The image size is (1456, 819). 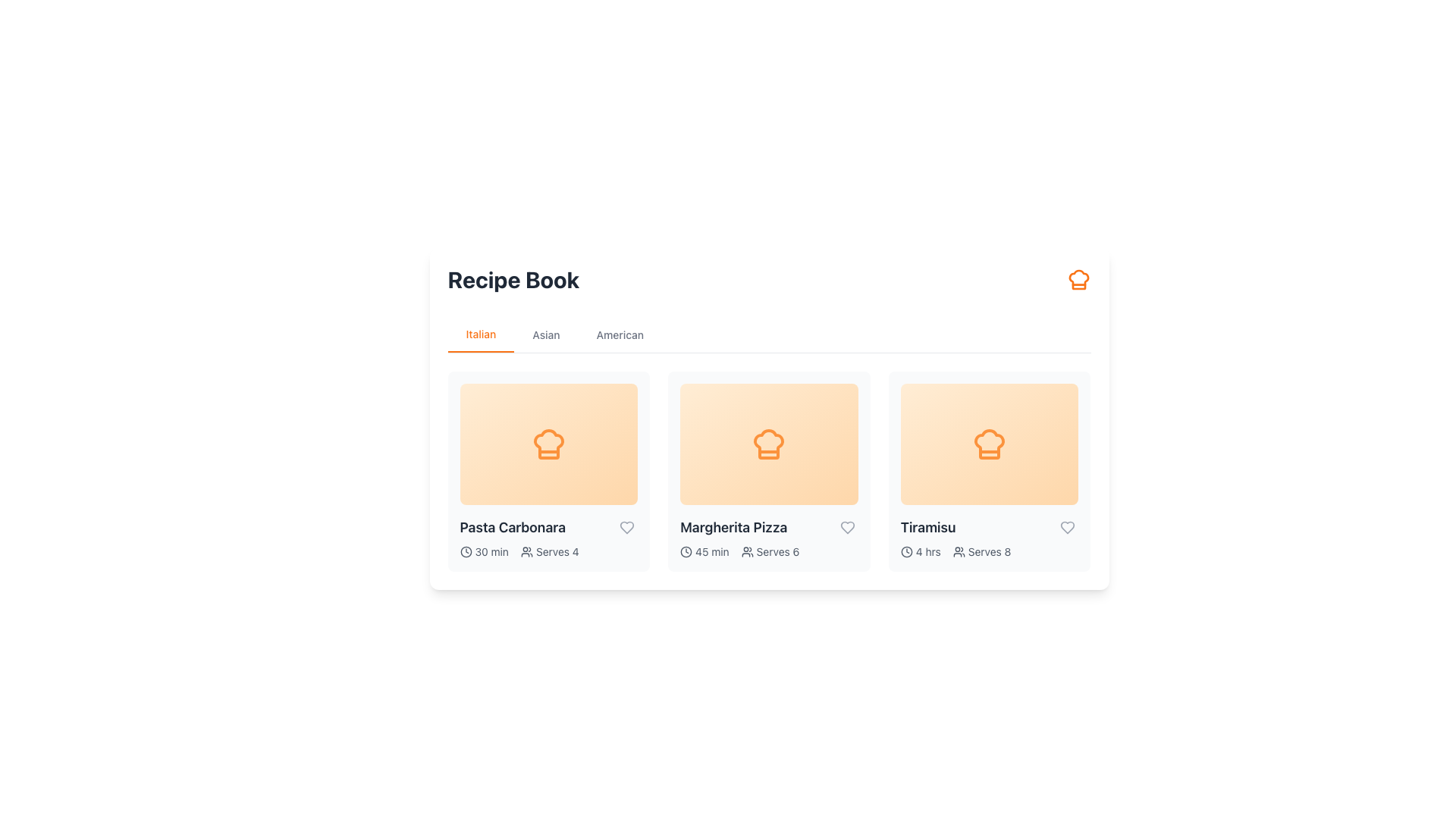 I want to click on the chef's hat icon with a bold orange outline located within the first card under the 'Italian' category, centered above the 'Pasta Carbonara' text, so click(x=548, y=444).